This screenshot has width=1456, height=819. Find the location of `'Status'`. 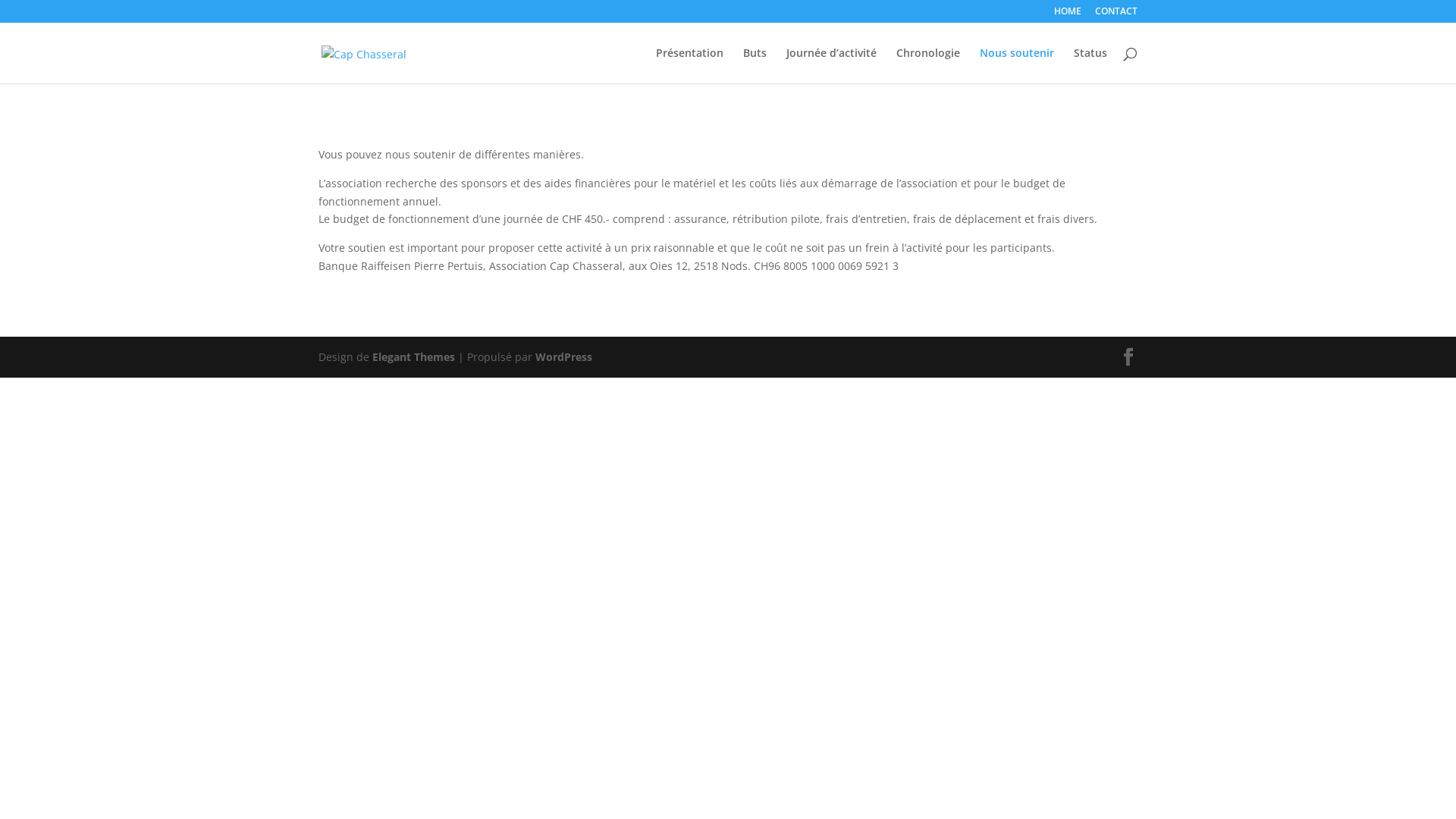

'Status' is located at coordinates (1090, 64).